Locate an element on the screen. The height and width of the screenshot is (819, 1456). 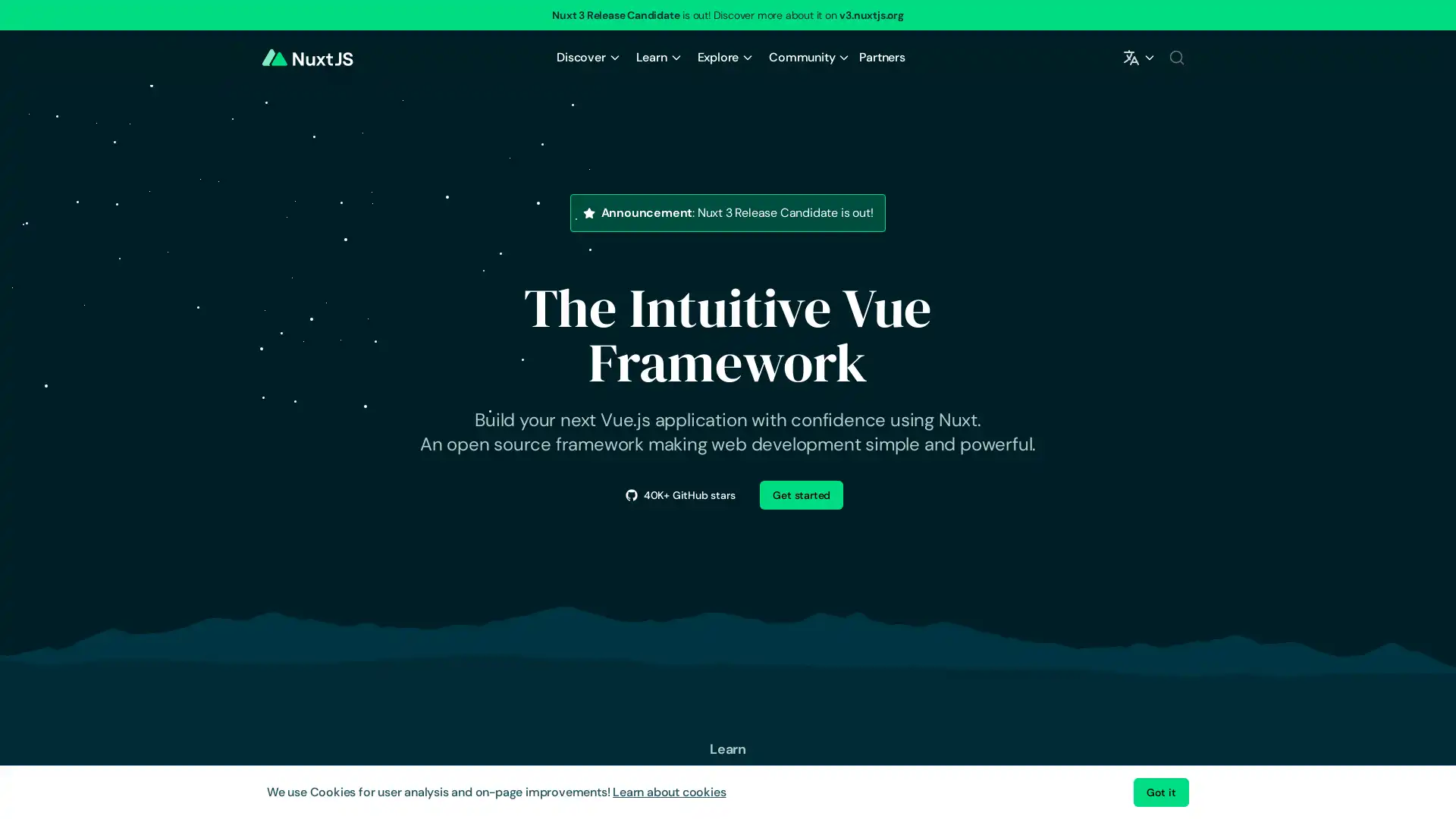
Search is located at coordinates (1175, 57).